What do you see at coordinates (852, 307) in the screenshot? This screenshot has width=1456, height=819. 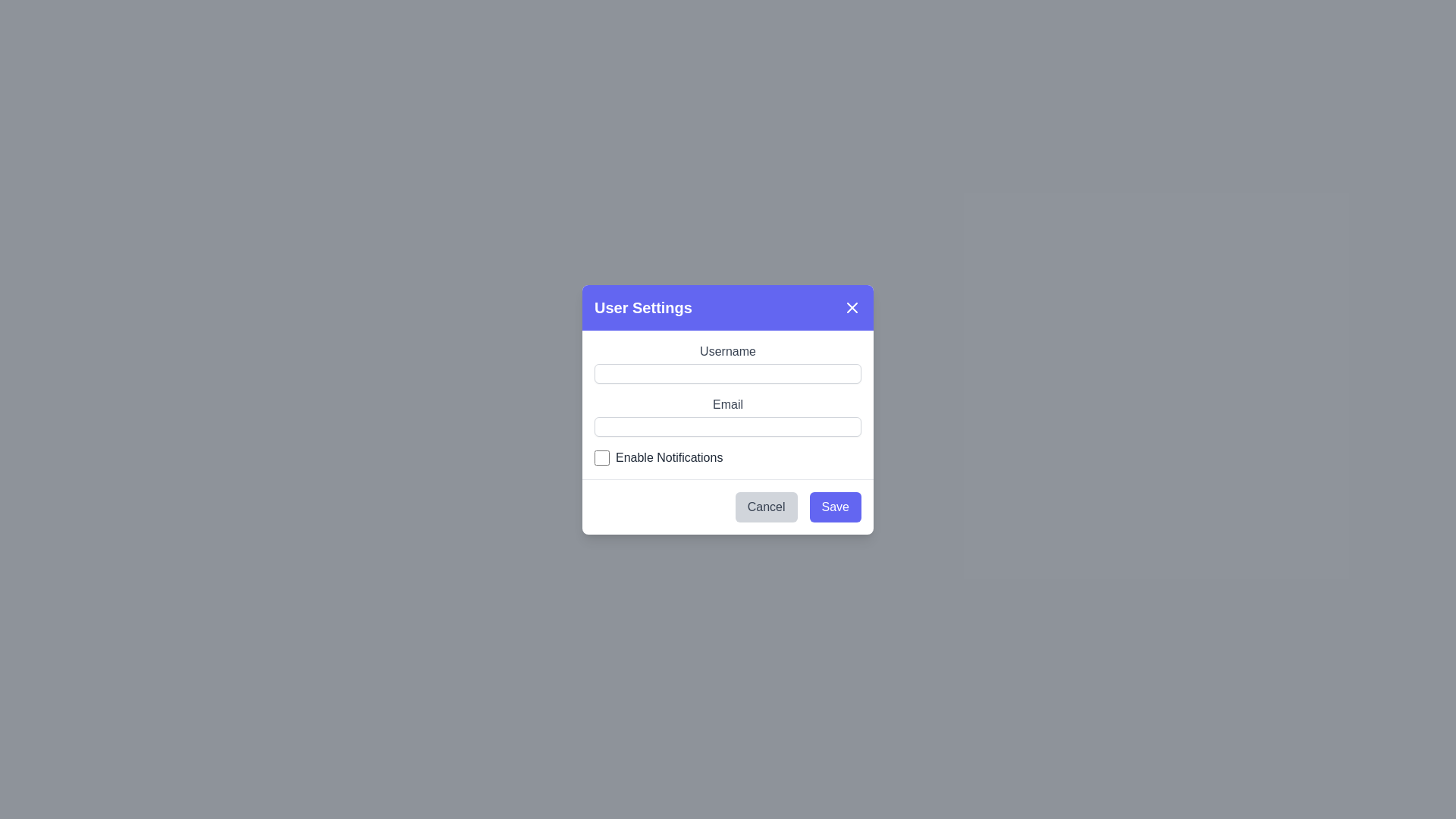 I see `the close button (X icon) located at the top-right corner of the 'User Settings' modal` at bounding box center [852, 307].